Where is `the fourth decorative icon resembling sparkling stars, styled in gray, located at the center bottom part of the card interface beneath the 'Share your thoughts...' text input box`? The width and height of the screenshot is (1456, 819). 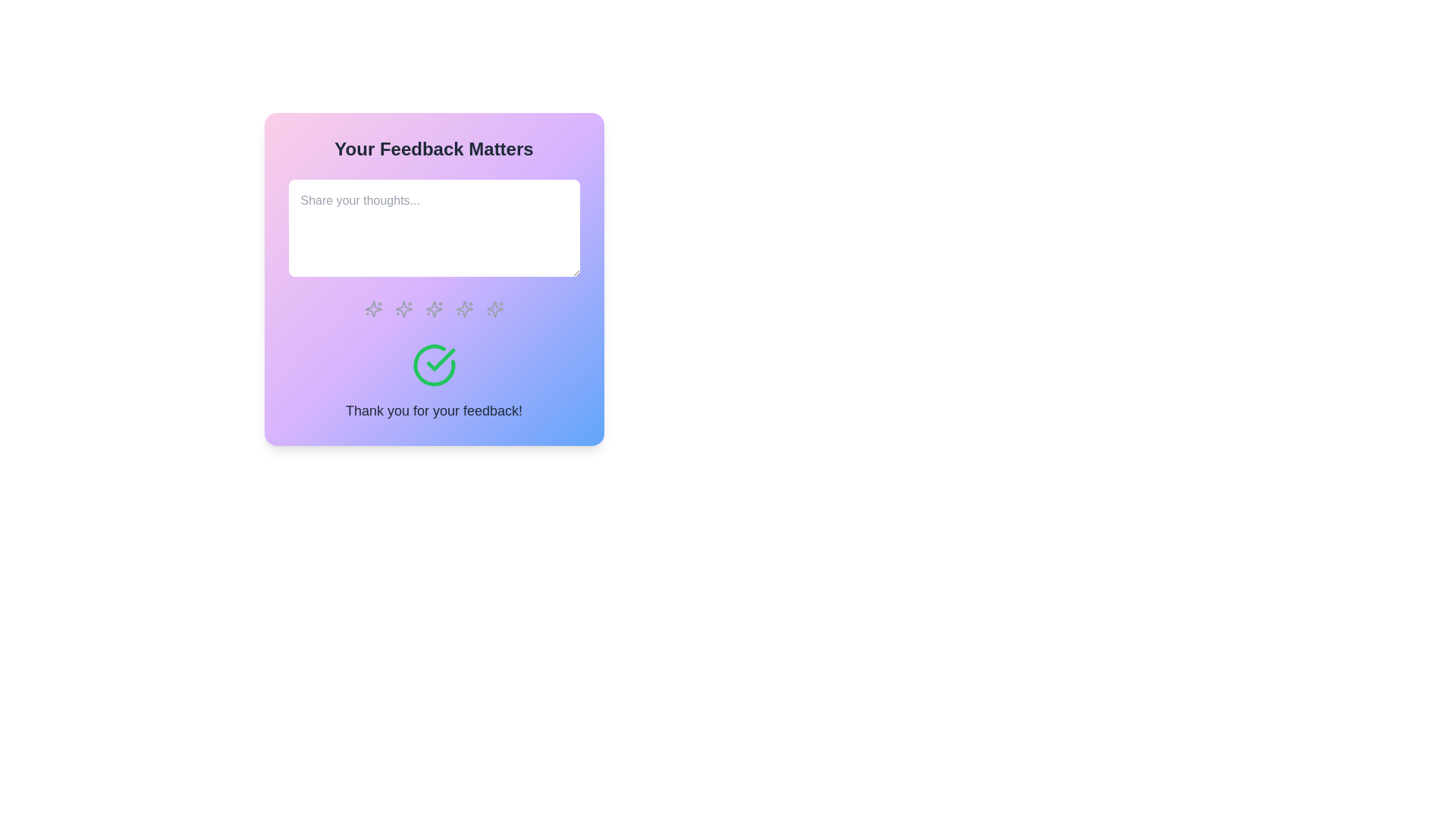
the fourth decorative icon resembling sparkling stars, styled in gray, located at the center bottom part of the card interface beneath the 'Share your thoughts...' text input box is located at coordinates (433, 309).